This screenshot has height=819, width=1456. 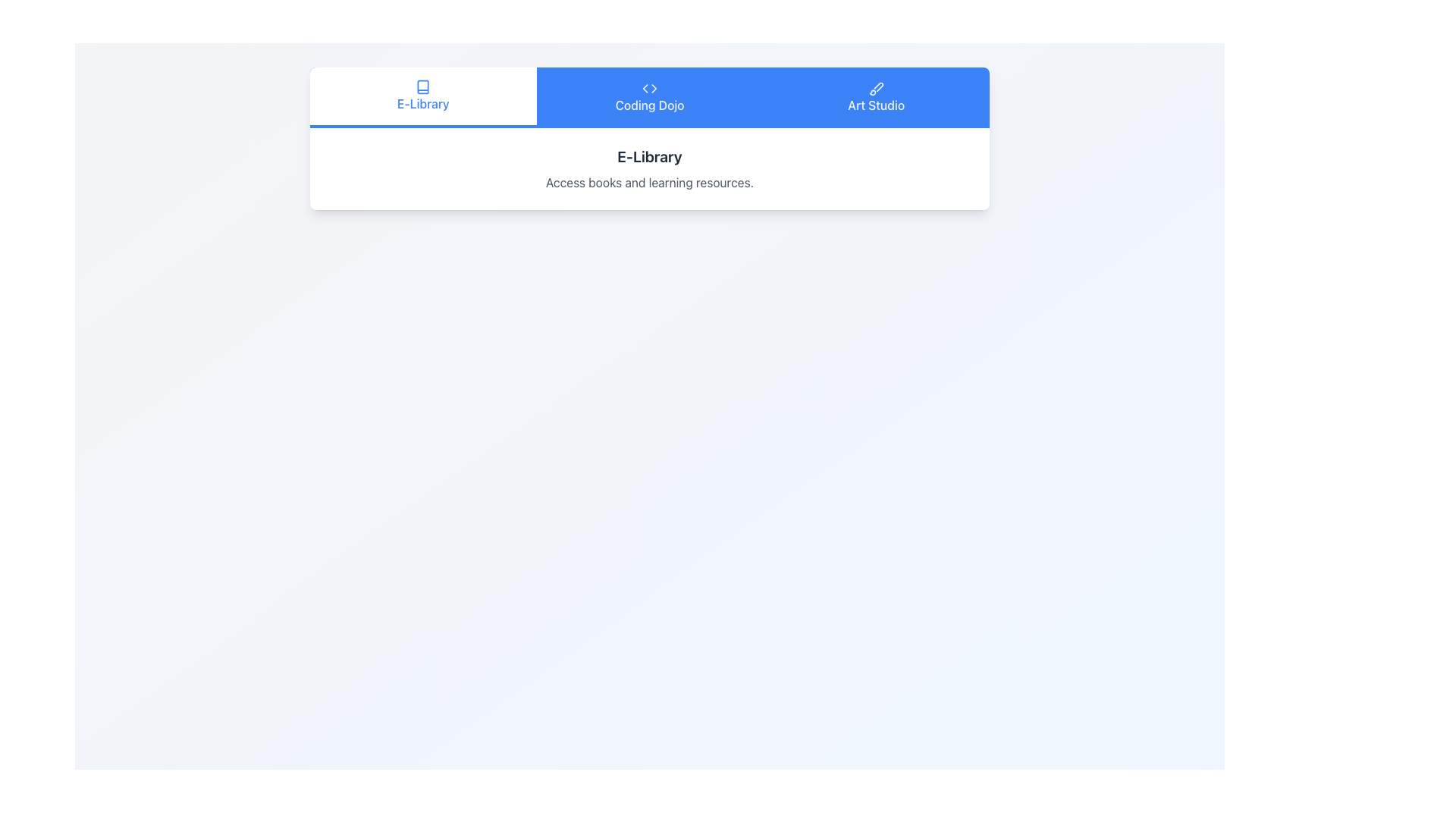 I want to click on the 'Coding Dojo' text label, which is styled in white font and centered within a blue rectangular background on the navigation bar, so click(x=650, y=104).